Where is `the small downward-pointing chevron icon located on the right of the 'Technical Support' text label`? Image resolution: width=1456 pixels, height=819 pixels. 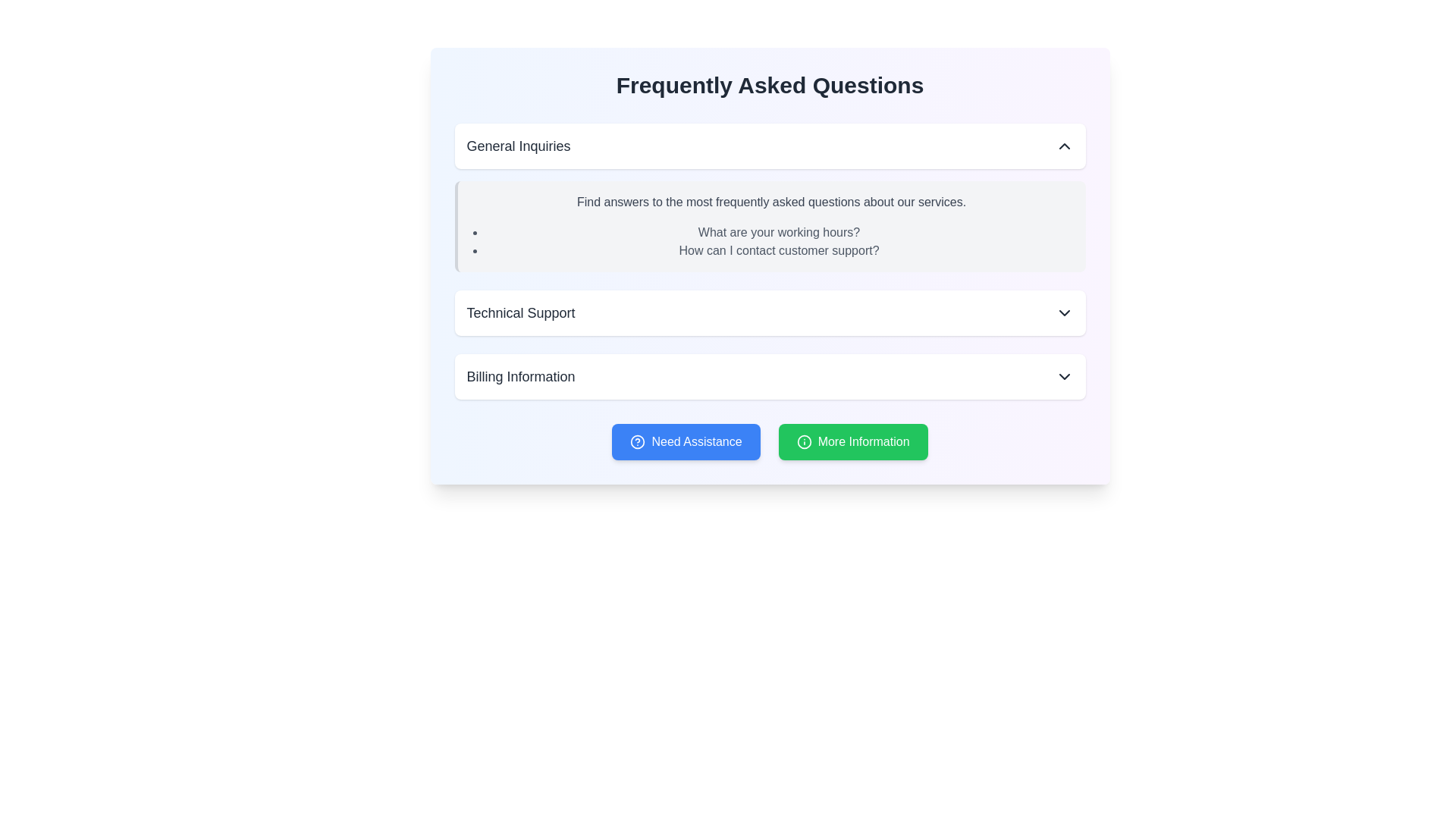 the small downward-pointing chevron icon located on the right of the 'Technical Support' text label is located at coordinates (1063, 312).